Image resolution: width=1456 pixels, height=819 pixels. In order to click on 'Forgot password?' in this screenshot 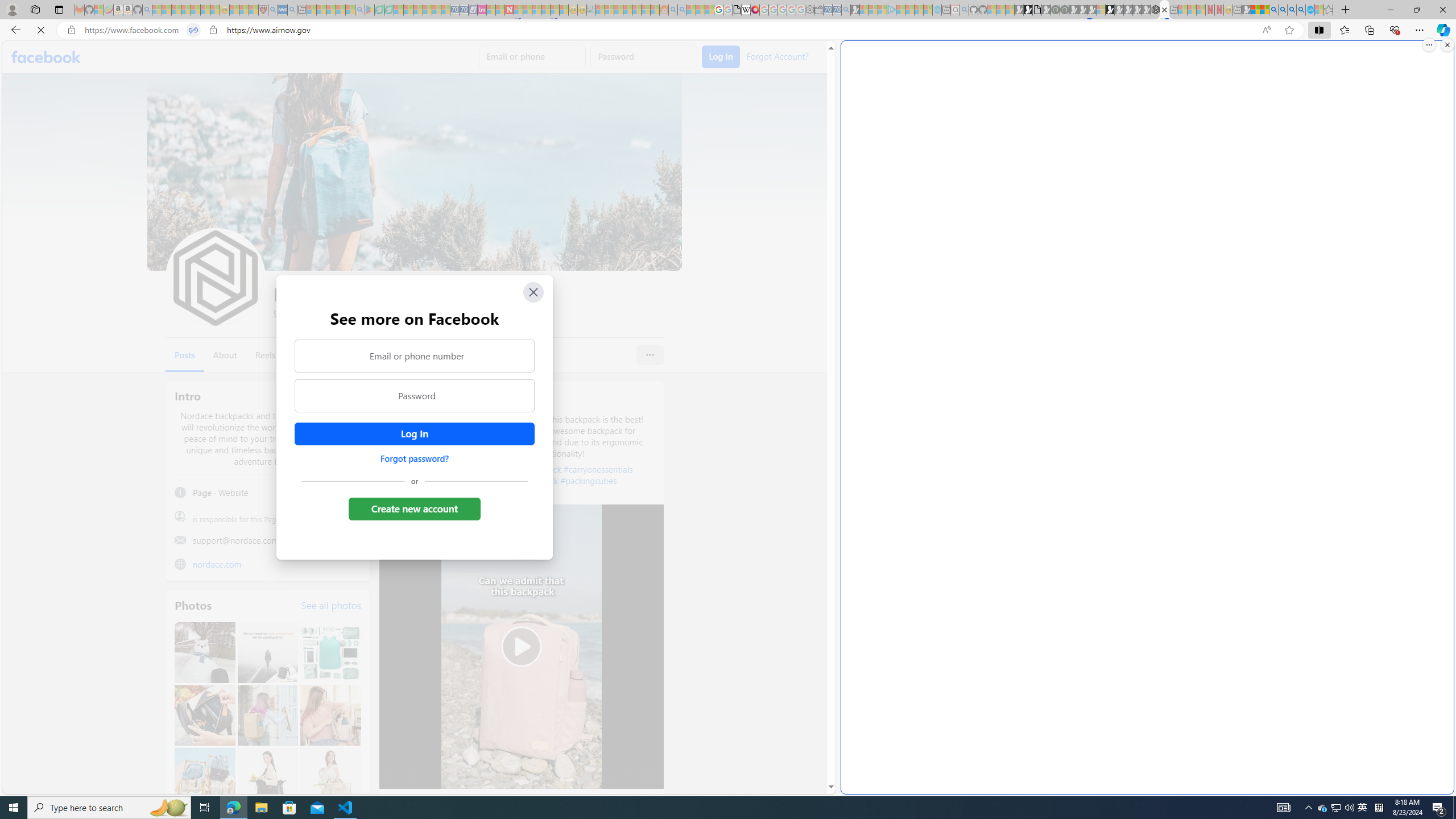, I will do `click(413, 458)`.